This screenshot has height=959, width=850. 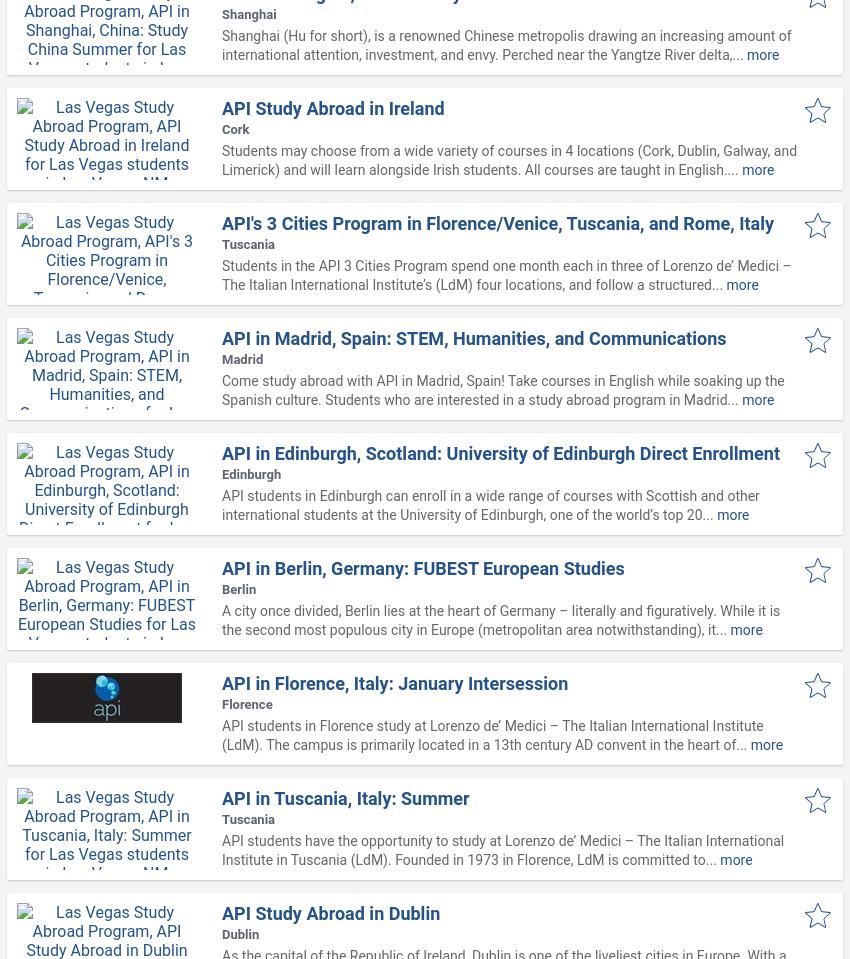 What do you see at coordinates (422, 567) in the screenshot?
I see `'API in Berlin, Germany: FUBEST European Studies'` at bounding box center [422, 567].